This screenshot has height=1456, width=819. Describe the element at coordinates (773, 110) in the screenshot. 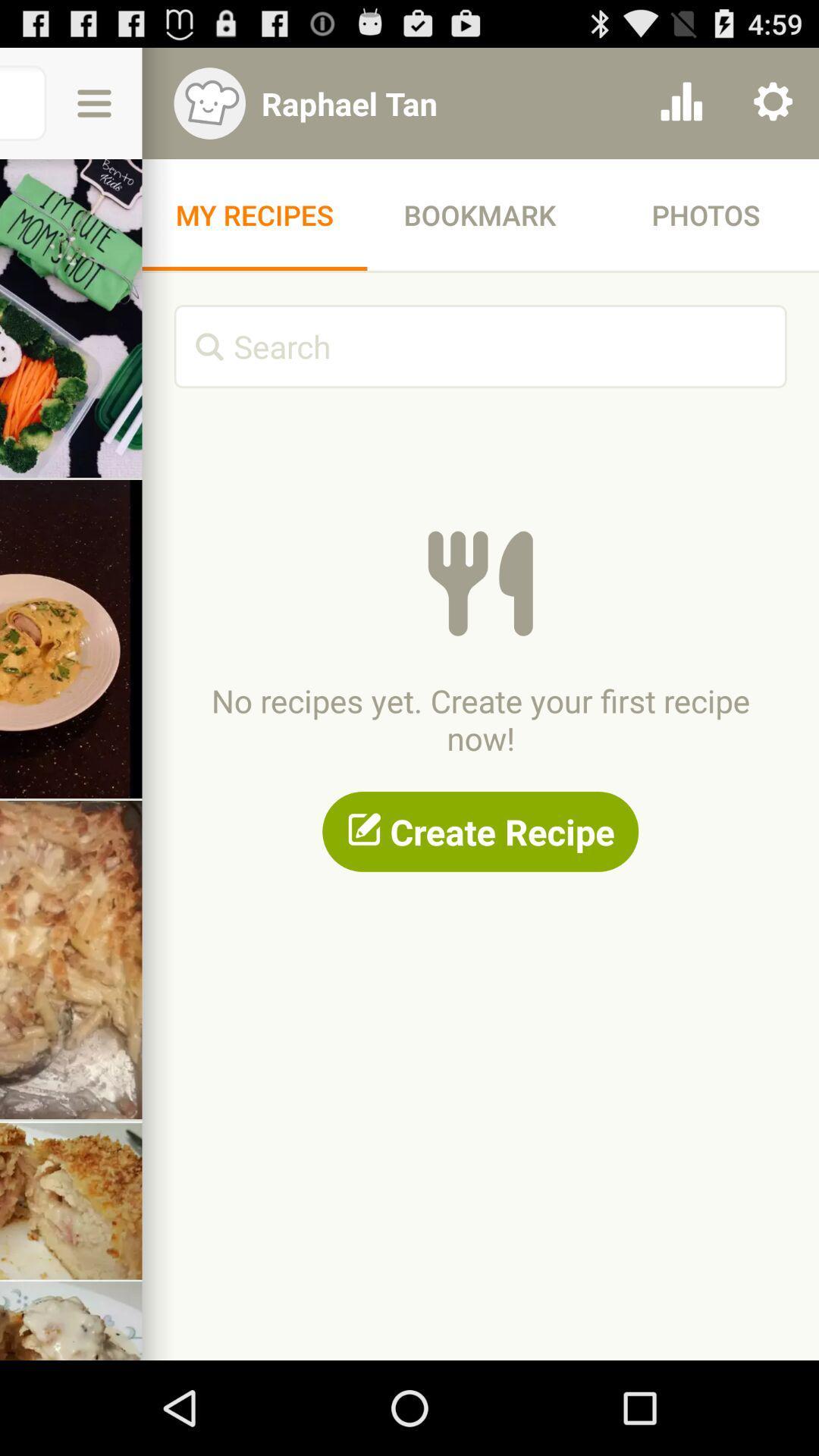

I see `the settings icon` at that location.